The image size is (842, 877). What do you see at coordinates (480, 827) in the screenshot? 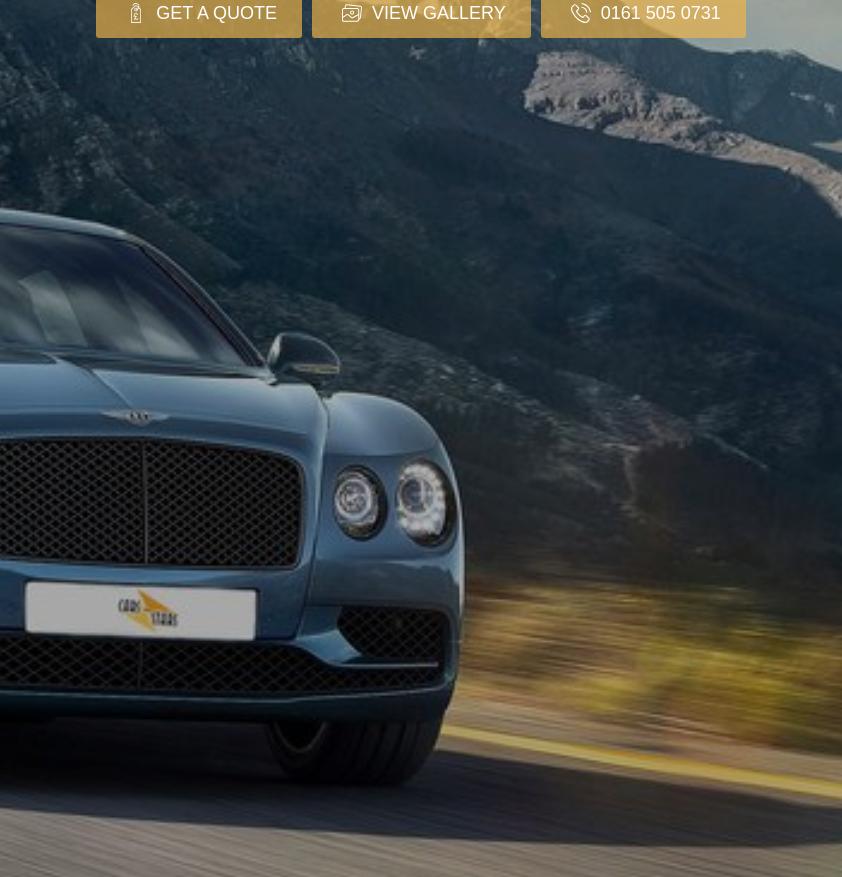
I see `'Bristol Ban Diesel Cars From its City Centre'` at bounding box center [480, 827].